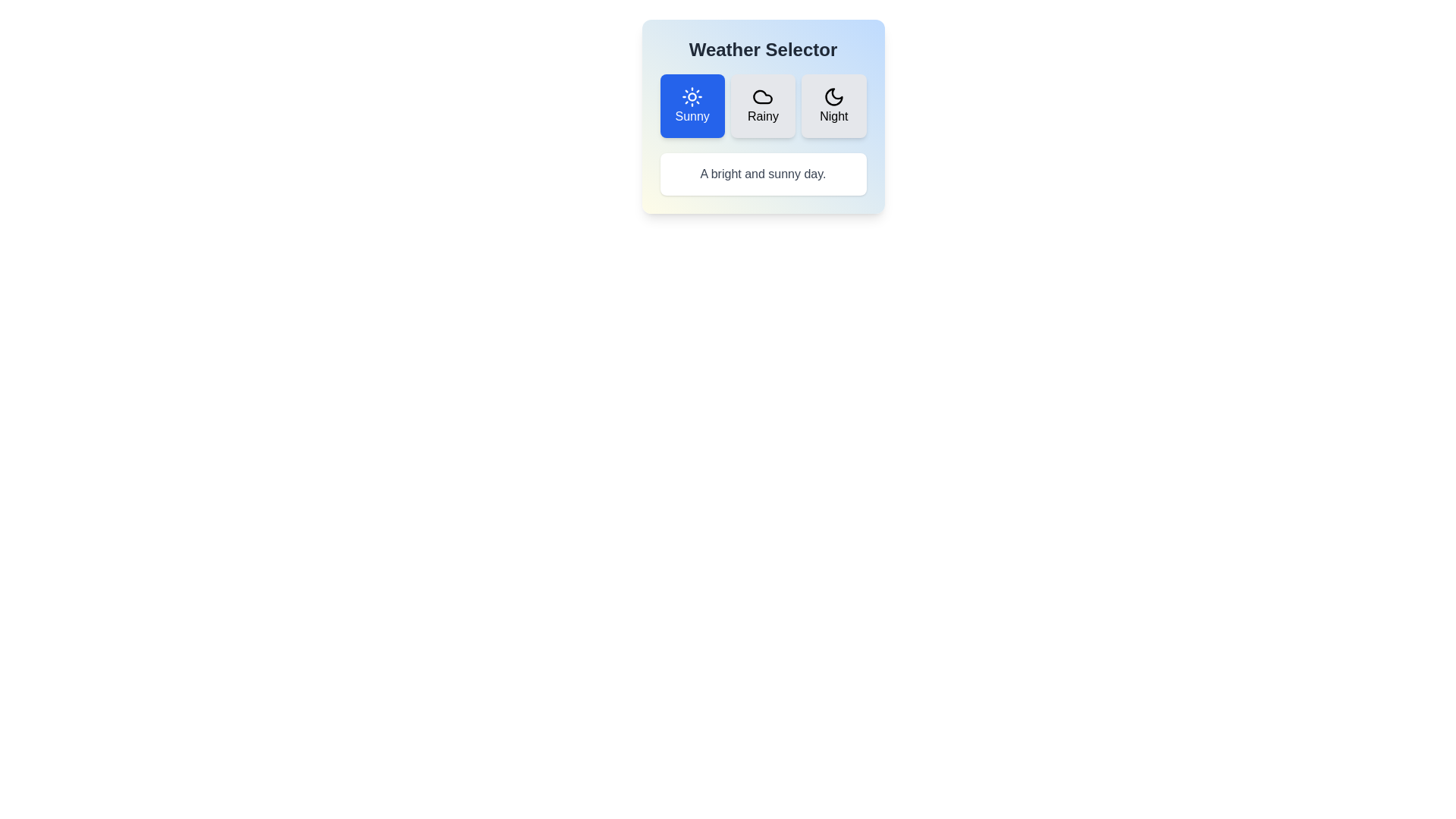 The height and width of the screenshot is (819, 1456). What do you see at coordinates (763, 105) in the screenshot?
I see `the weather option Rainy by clicking its corresponding button` at bounding box center [763, 105].